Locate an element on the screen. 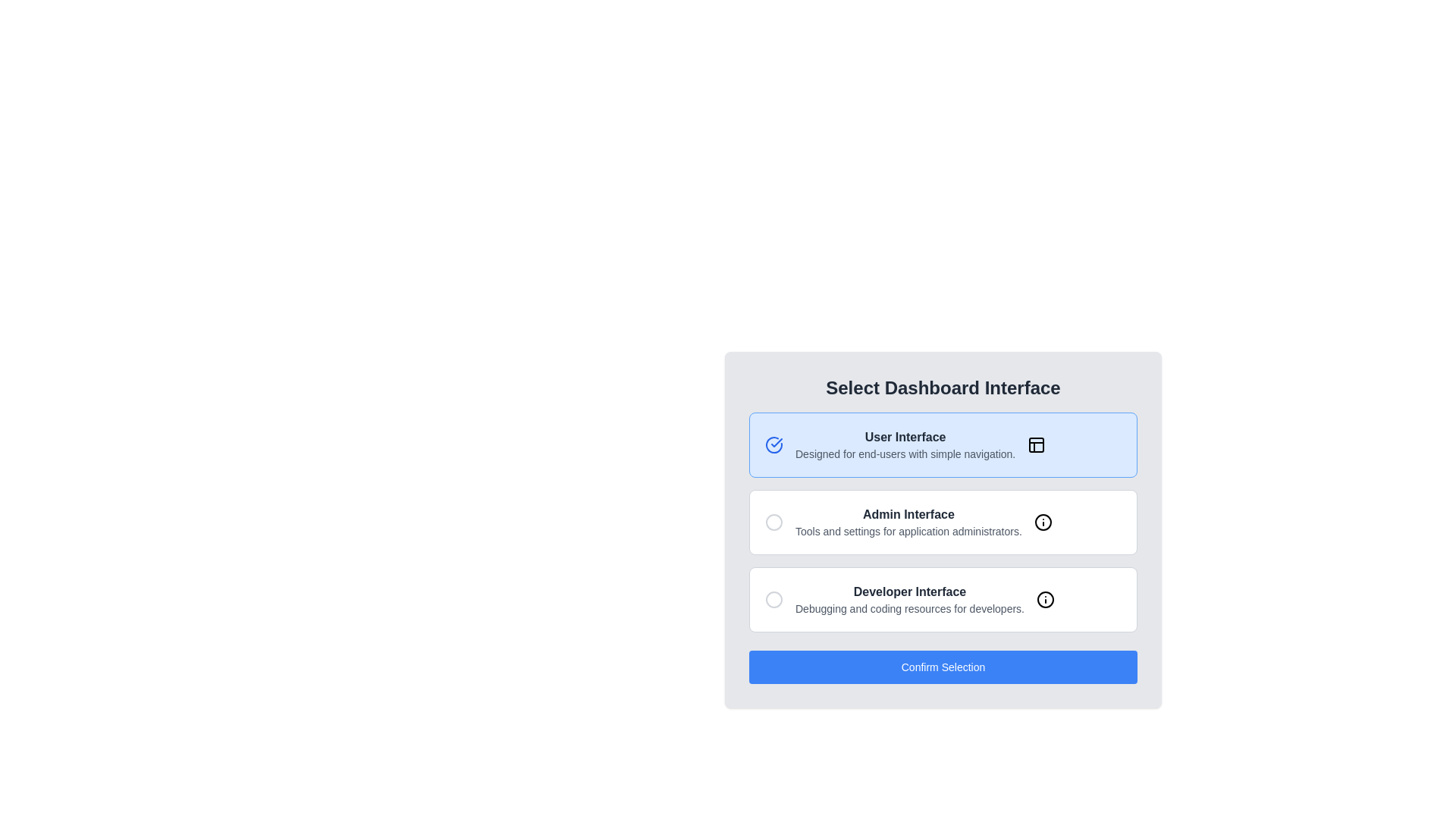 Image resolution: width=1456 pixels, height=819 pixels. the selection status of the blue circular icon with a checkmark, located within the blue-outlined rectangular section labeled 'User Interface' is located at coordinates (774, 444).